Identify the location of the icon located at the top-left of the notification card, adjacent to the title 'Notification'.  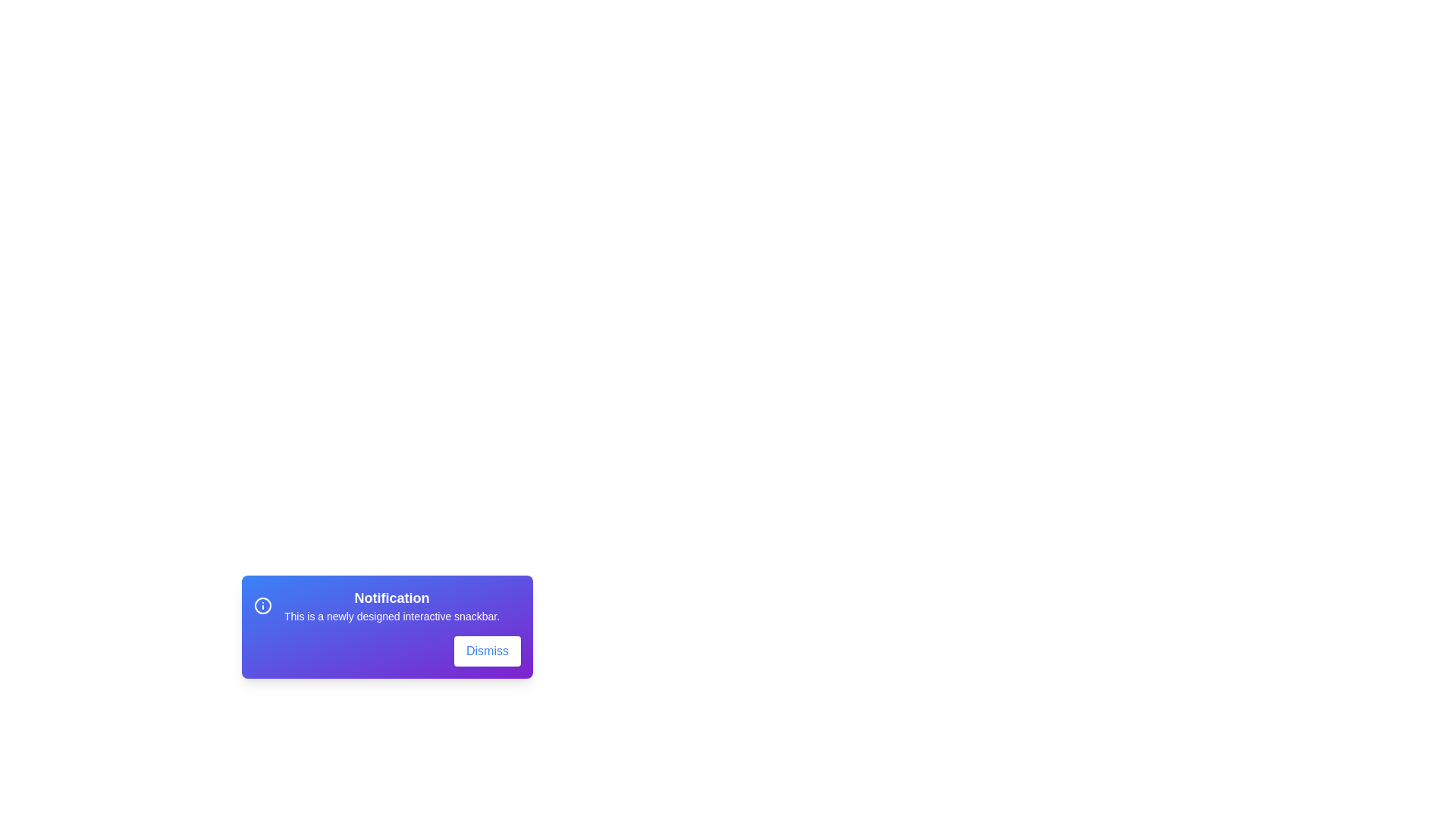
(262, 604).